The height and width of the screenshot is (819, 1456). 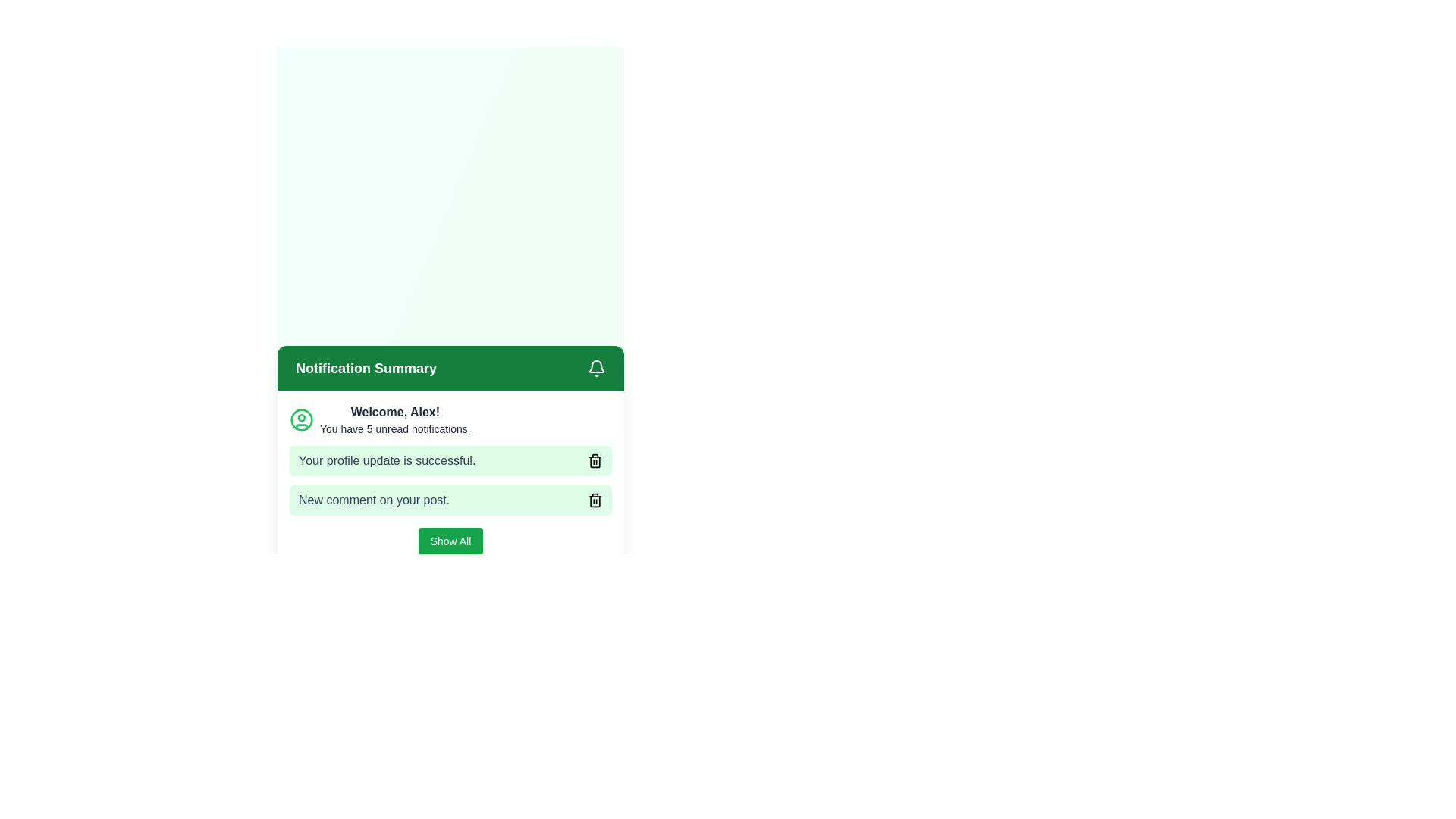 What do you see at coordinates (302, 420) in the screenshot?
I see `the decorative circle SVG element located to the left of the text 'Welcome, Alex!' in the notification summary section` at bounding box center [302, 420].